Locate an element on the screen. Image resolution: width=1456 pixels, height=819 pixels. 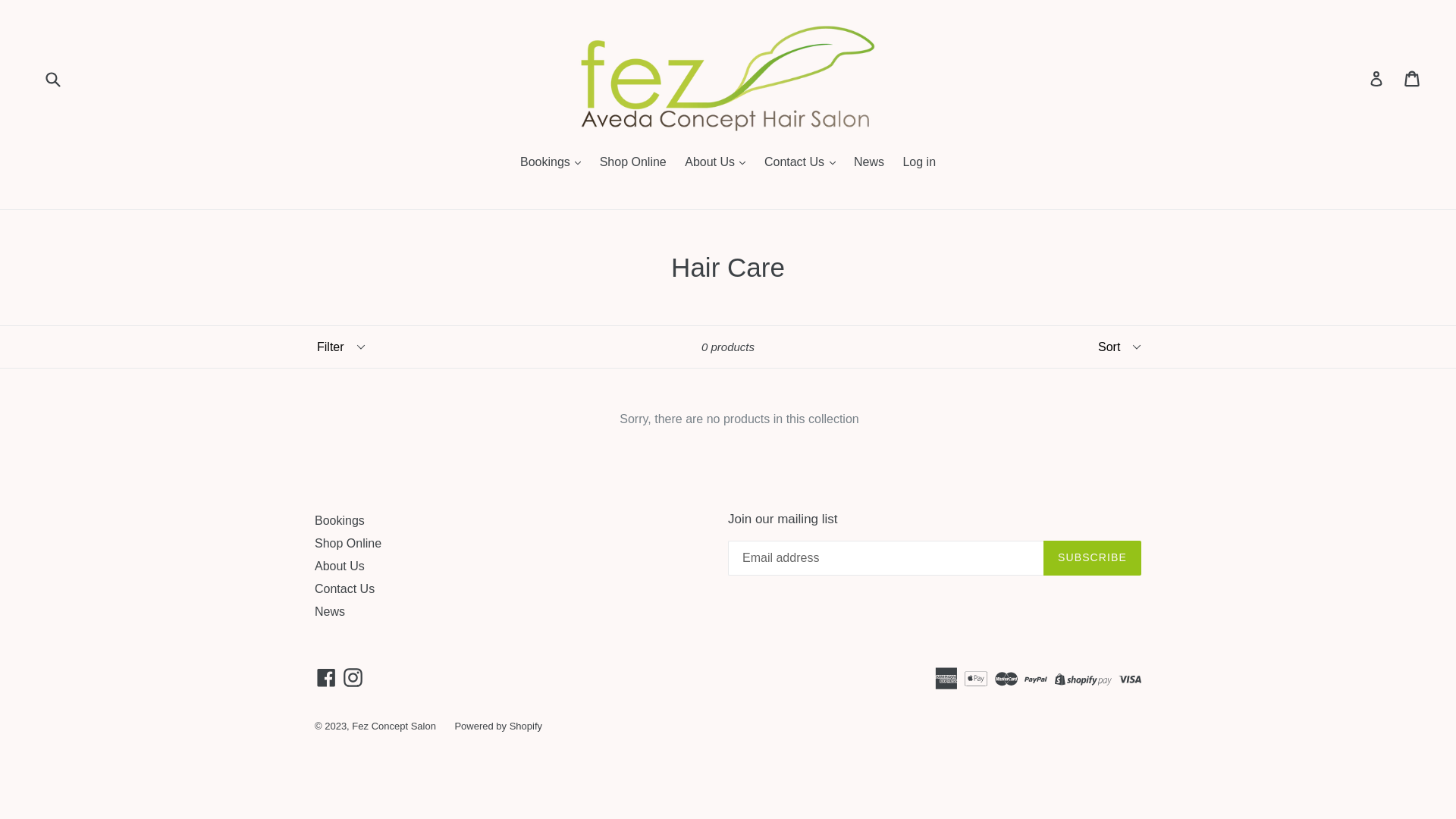
'Instagram' is located at coordinates (352, 676).